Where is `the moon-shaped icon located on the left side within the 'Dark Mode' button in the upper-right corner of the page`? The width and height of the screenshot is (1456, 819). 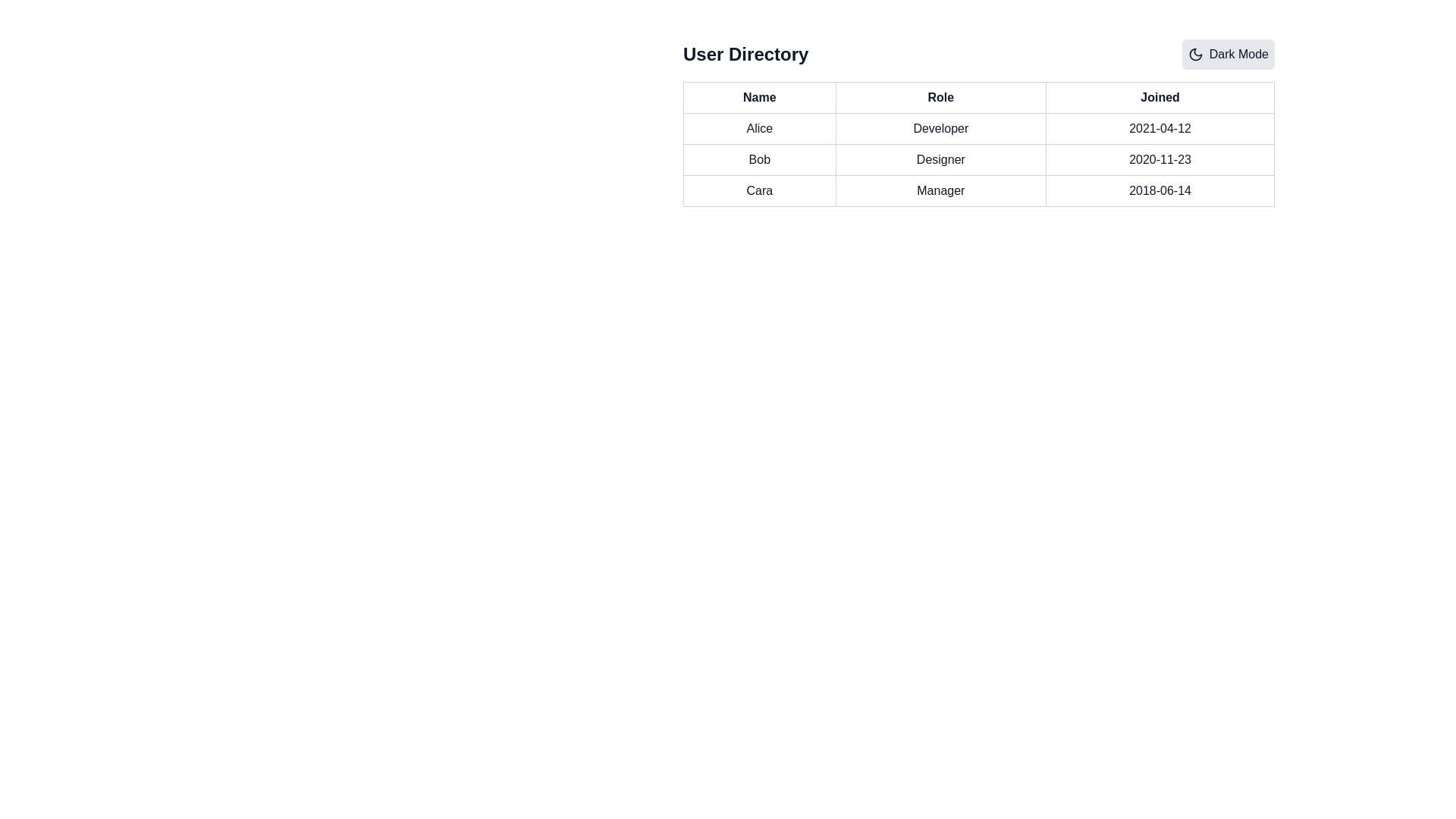
the moon-shaped icon located on the left side within the 'Dark Mode' button in the upper-right corner of the page is located at coordinates (1194, 54).